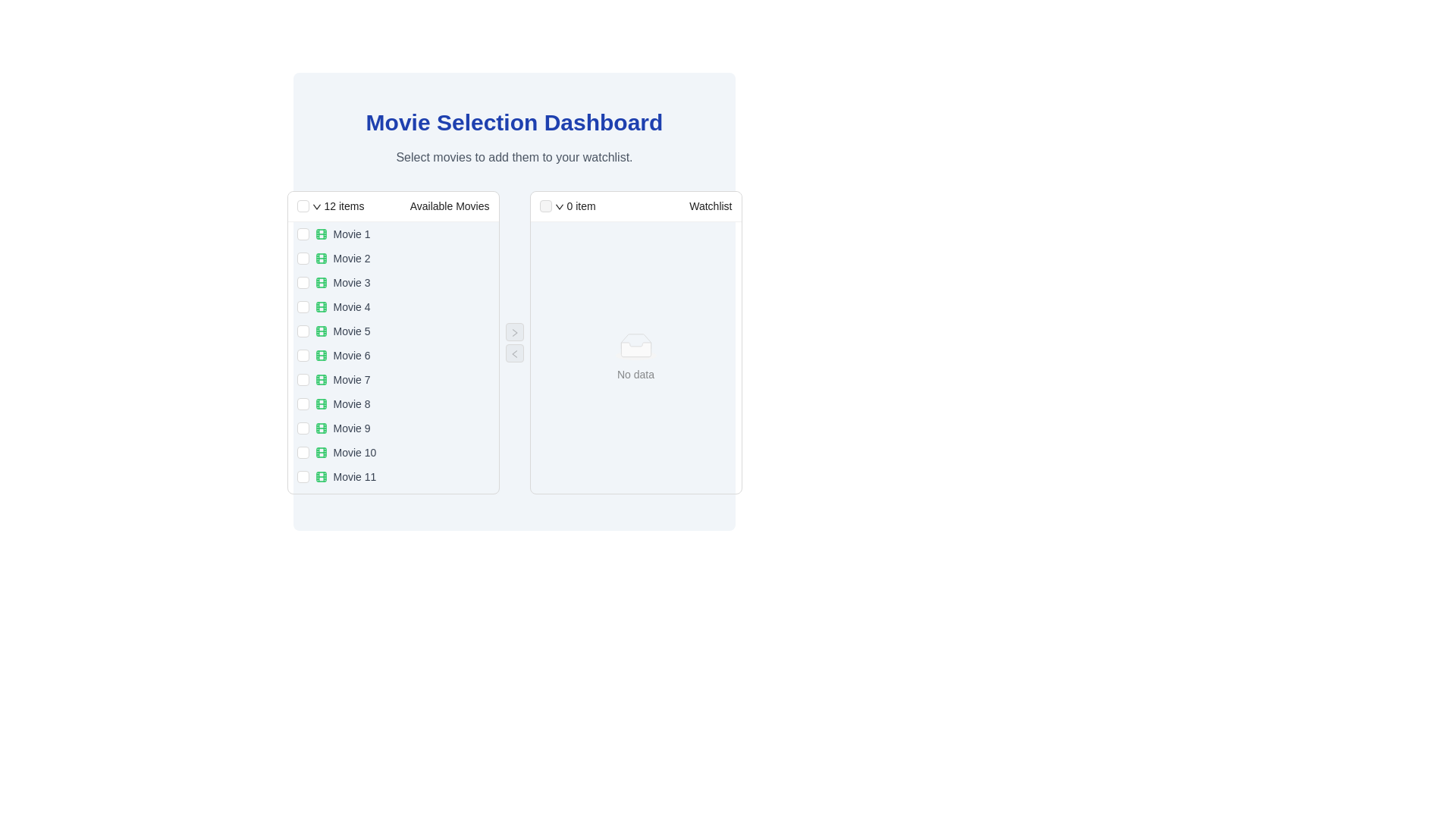  Describe the element at coordinates (351, 307) in the screenshot. I see `the text label displaying 'Movie 4' in the 'Available Movies' section, which is the fourth item in the list` at that location.